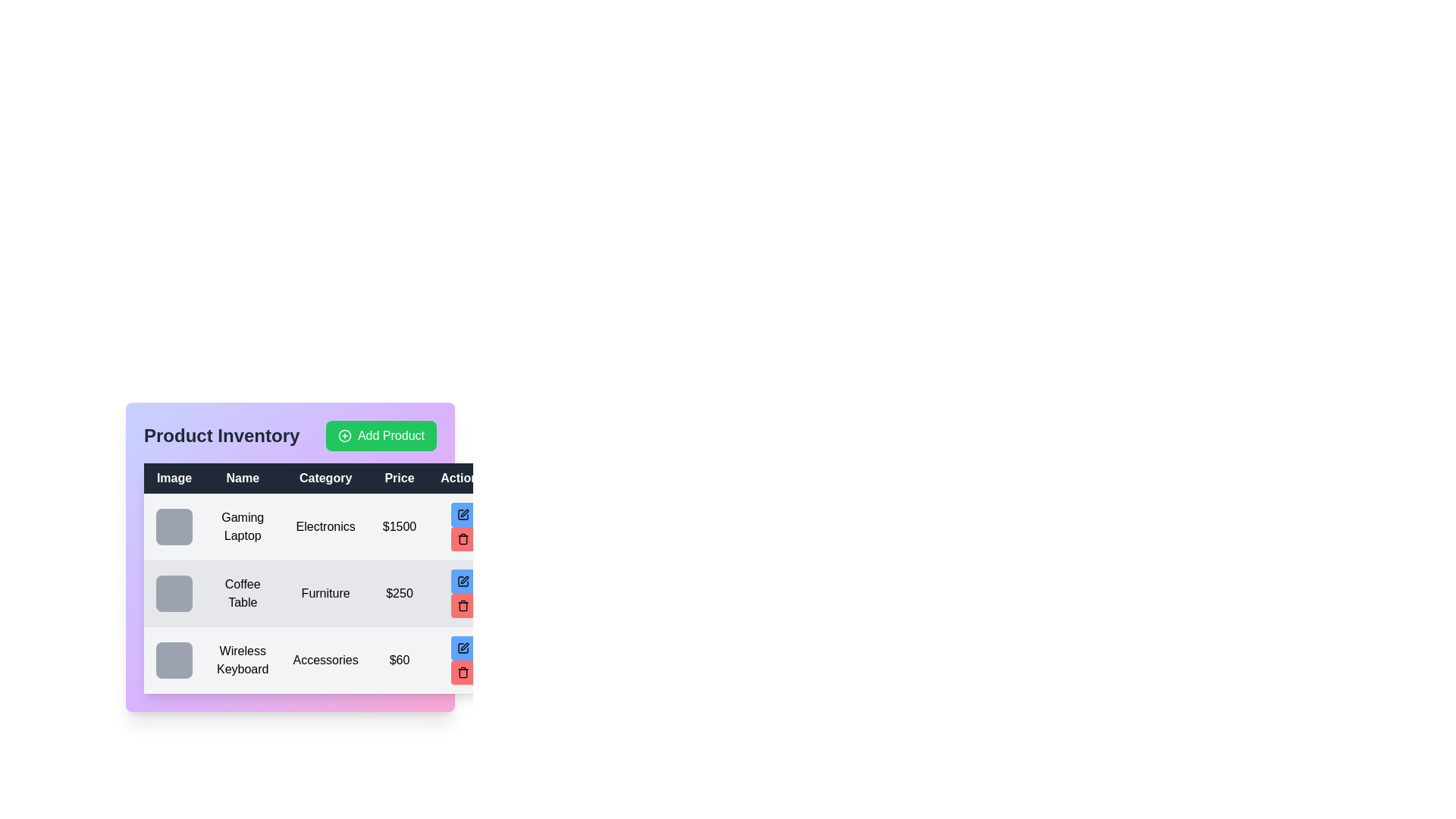 The height and width of the screenshot is (819, 1456). What do you see at coordinates (174, 593) in the screenshot?
I see `the Image Placeholder element, which visually represents an image or icon` at bounding box center [174, 593].